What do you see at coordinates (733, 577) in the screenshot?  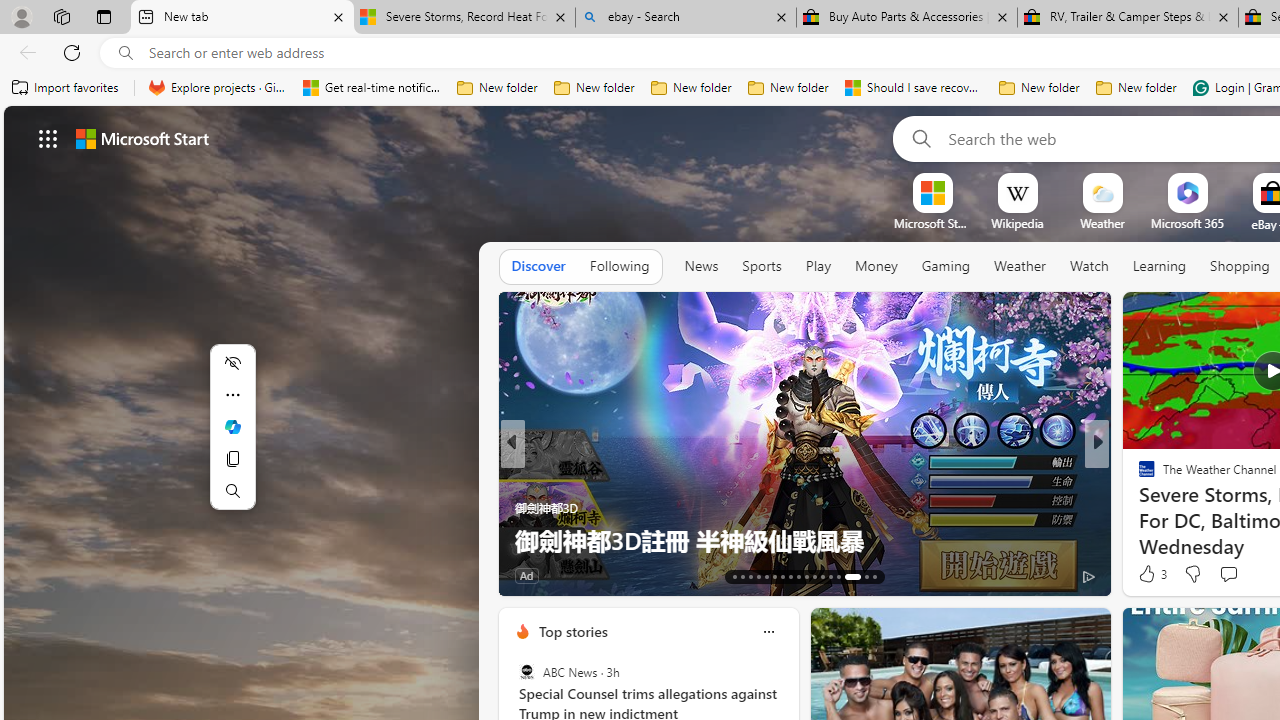 I see `'AutomationID: tab-13'` at bounding box center [733, 577].